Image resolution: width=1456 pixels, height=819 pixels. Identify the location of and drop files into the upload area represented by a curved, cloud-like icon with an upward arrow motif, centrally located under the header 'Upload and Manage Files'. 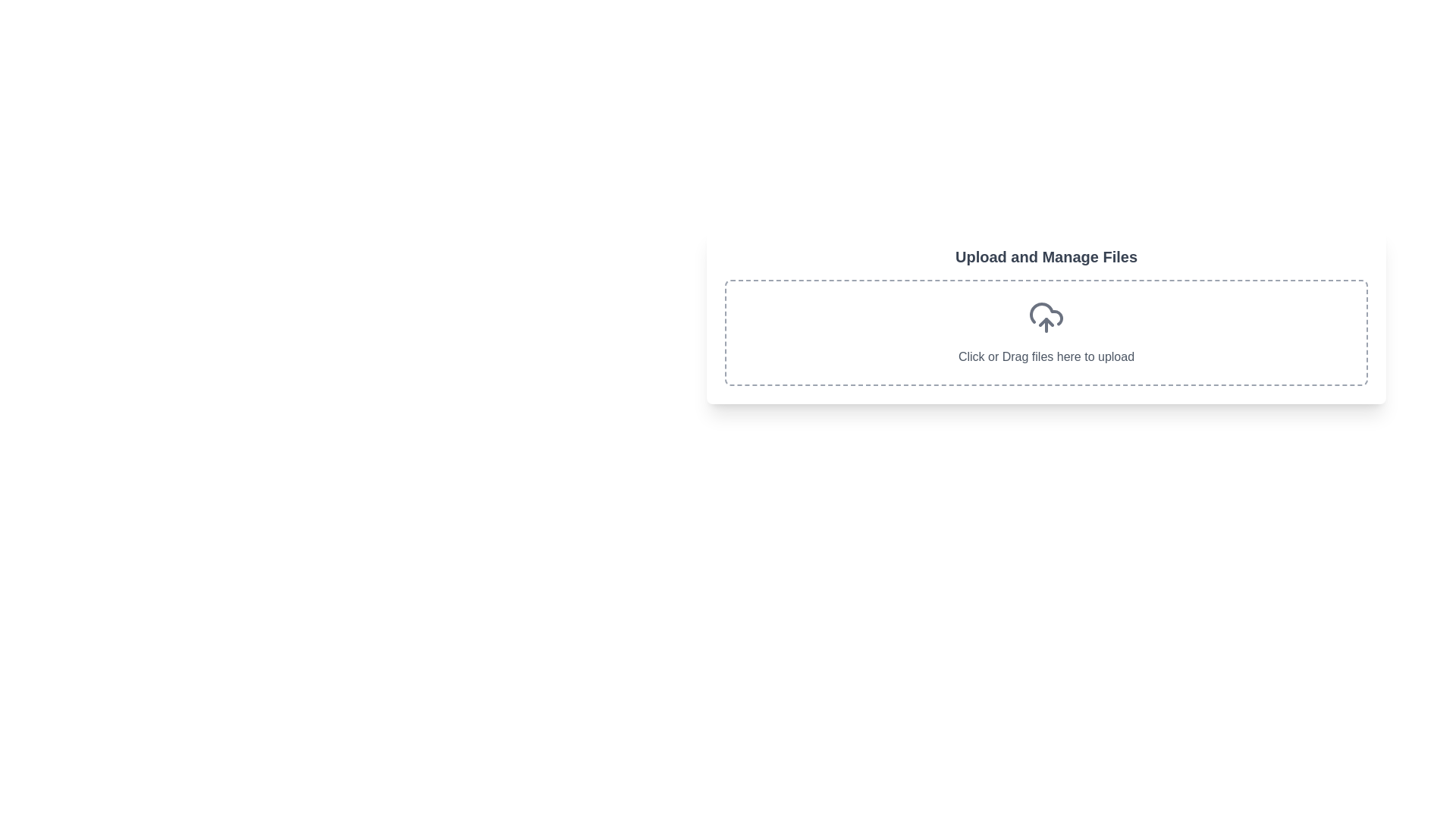
(1046, 313).